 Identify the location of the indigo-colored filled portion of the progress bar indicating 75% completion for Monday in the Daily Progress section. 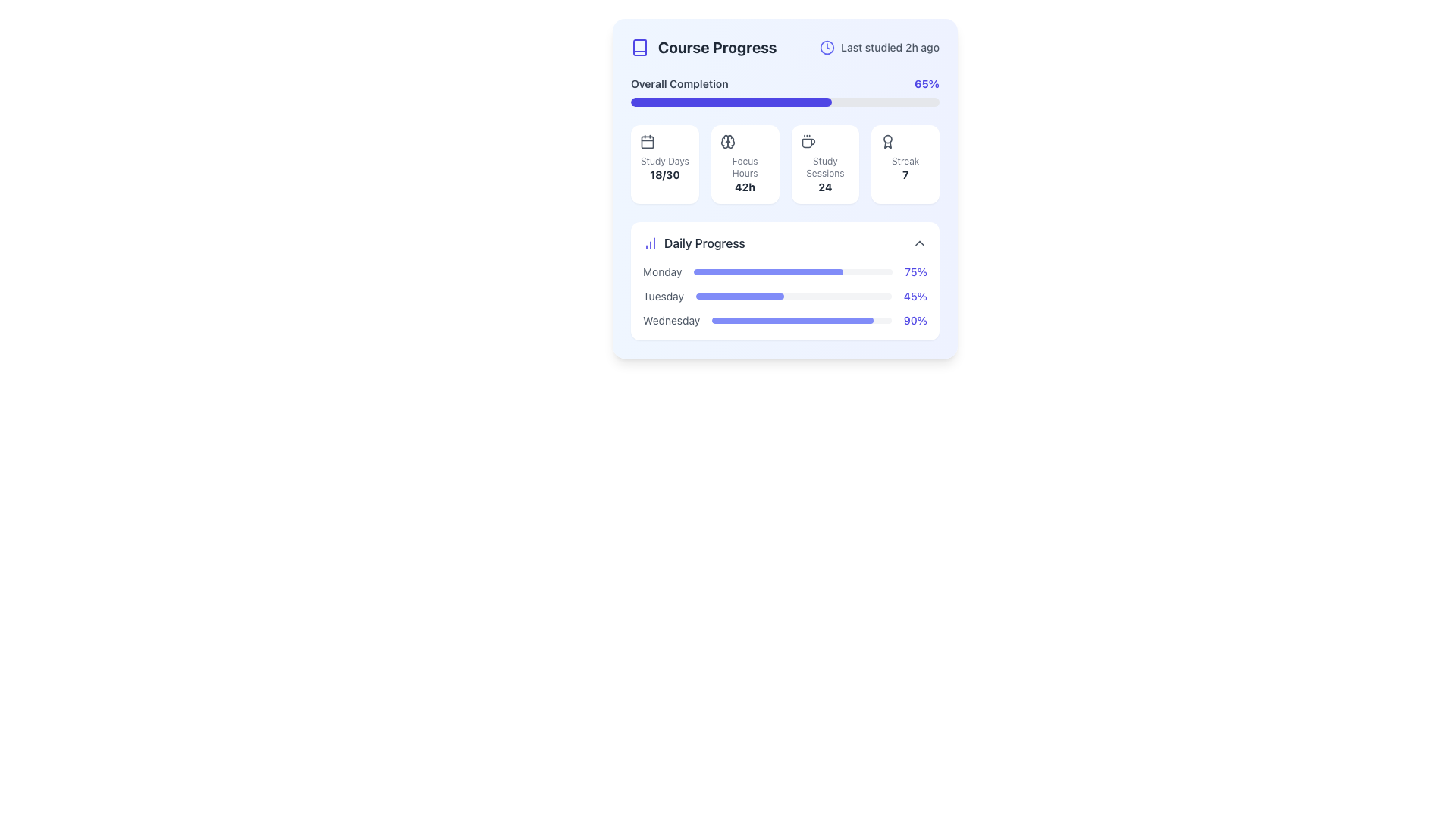
(768, 271).